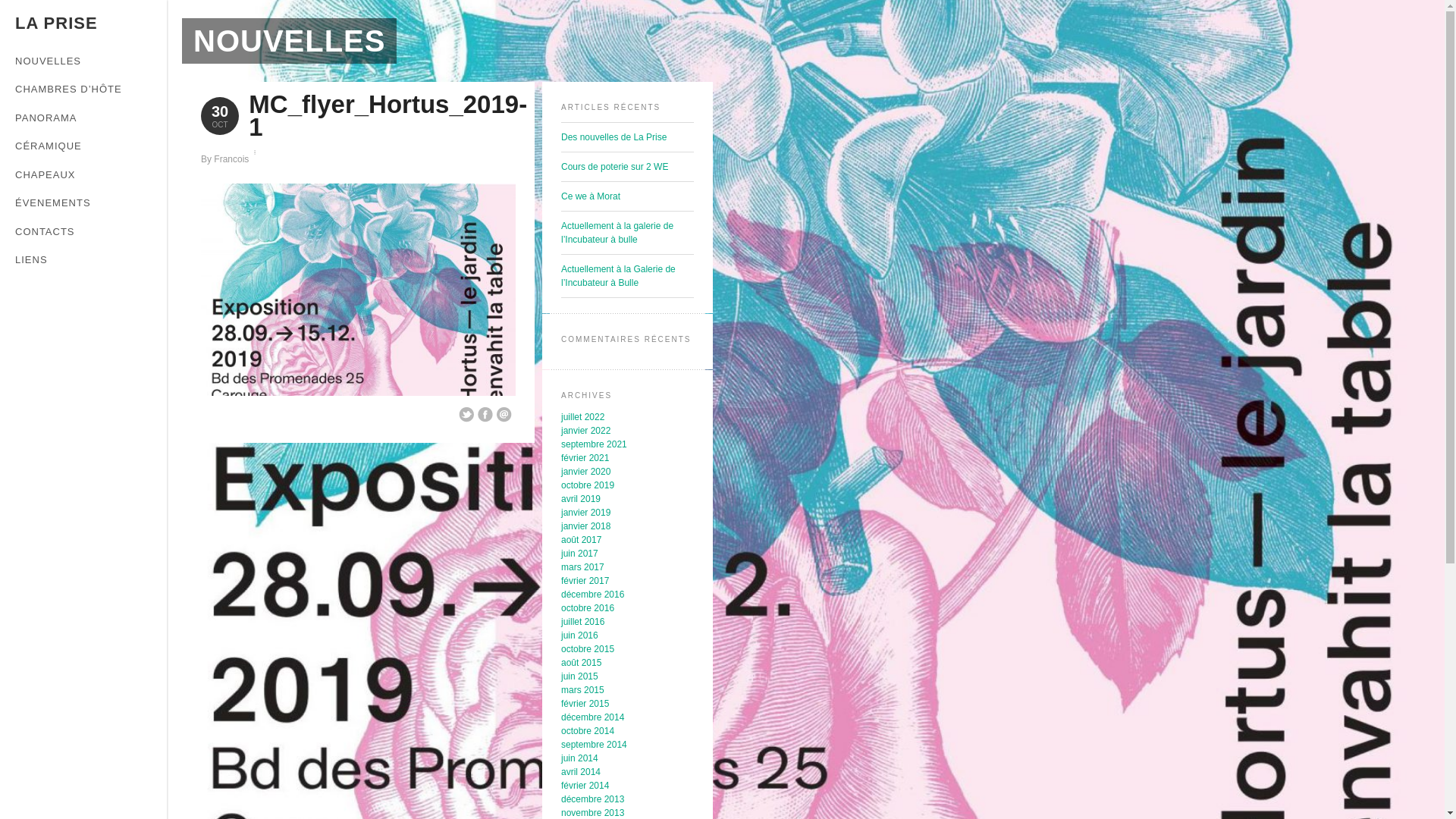 Image resolution: width=1456 pixels, height=819 pixels. I want to click on 'mars 2015', so click(582, 690).